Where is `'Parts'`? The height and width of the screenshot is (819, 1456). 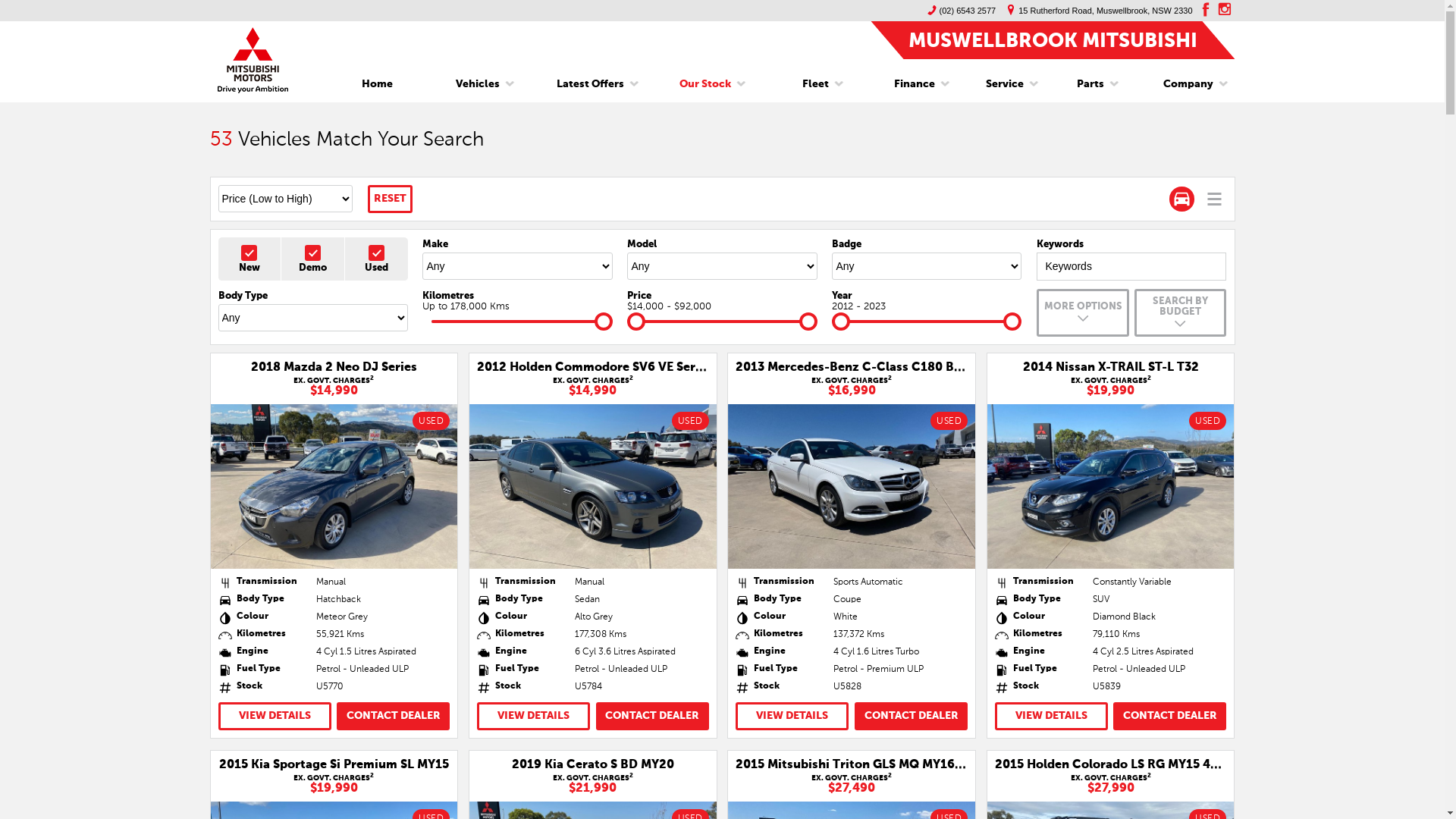
'Parts' is located at coordinates (1090, 84).